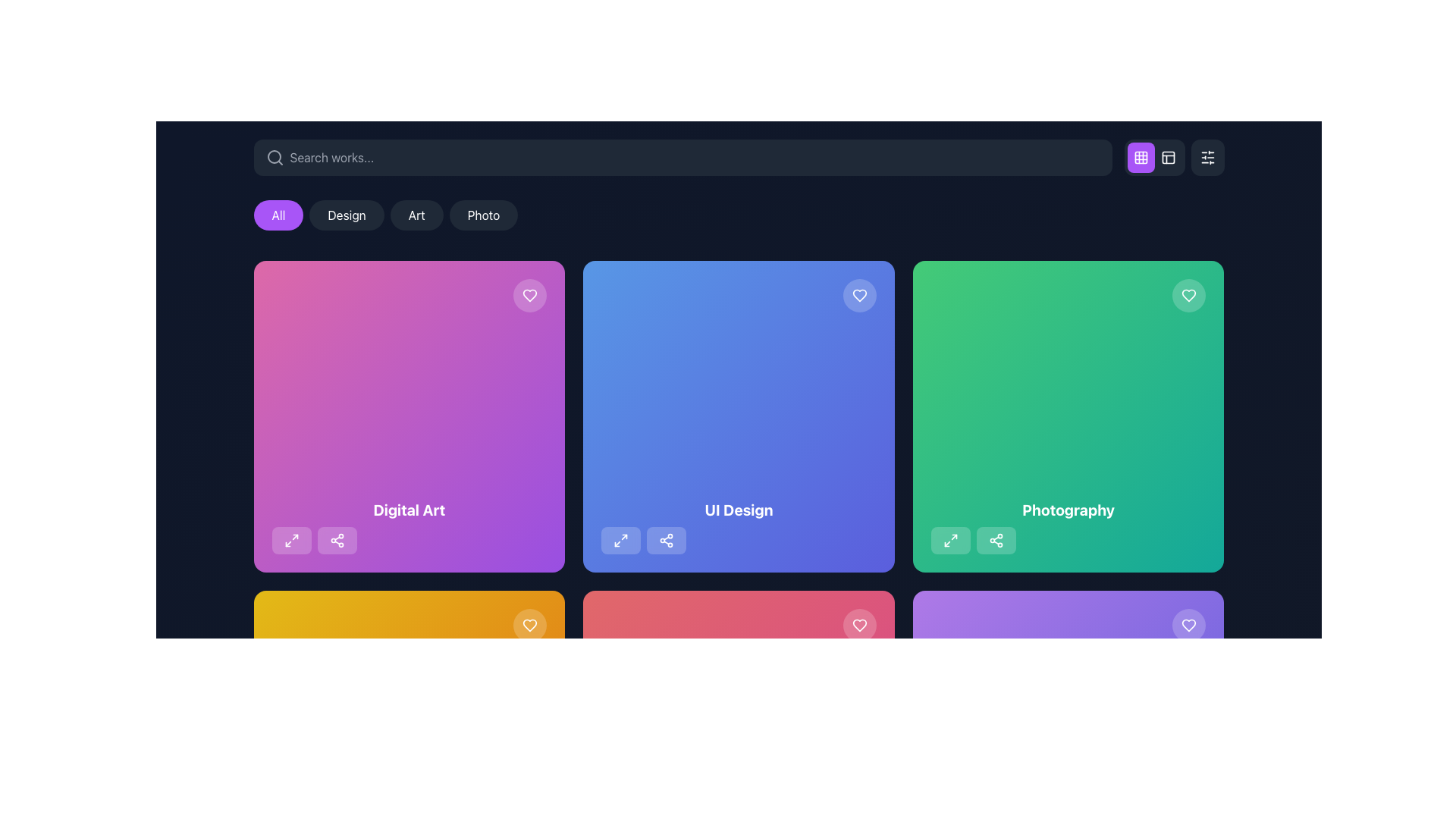 The height and width of the screenshot is (819, 1456). What do you see at coordinates (996, 539) in the screenshot?
I see `the sharing icon located on the green rounded card titled 'Photography' in the bottom-right corner` at bounding box center [996, 539].